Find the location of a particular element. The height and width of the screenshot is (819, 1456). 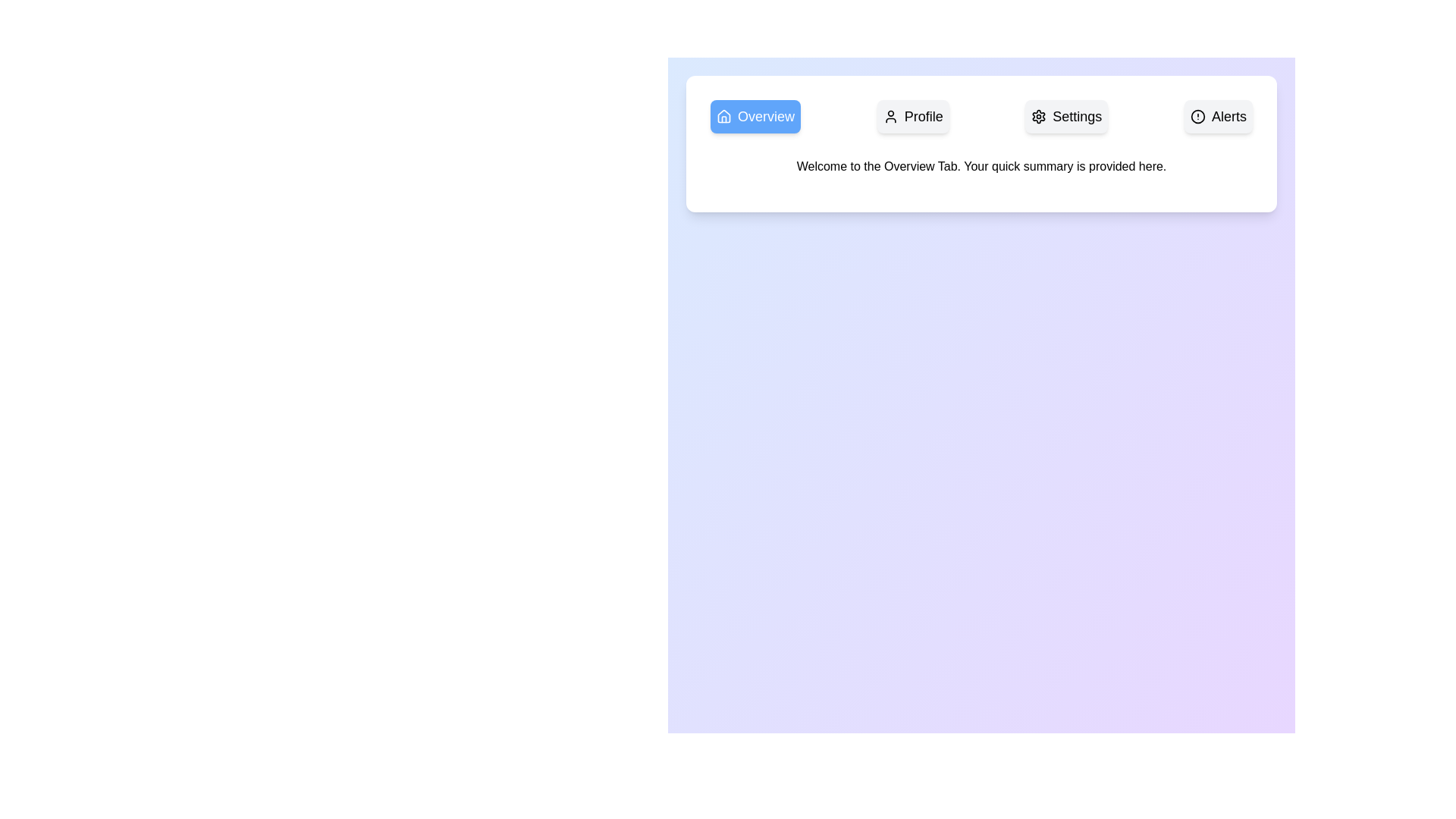

the blue rectangular button labeled 'Overview' which features a house icon on its left is located at coordinates (755, 116).